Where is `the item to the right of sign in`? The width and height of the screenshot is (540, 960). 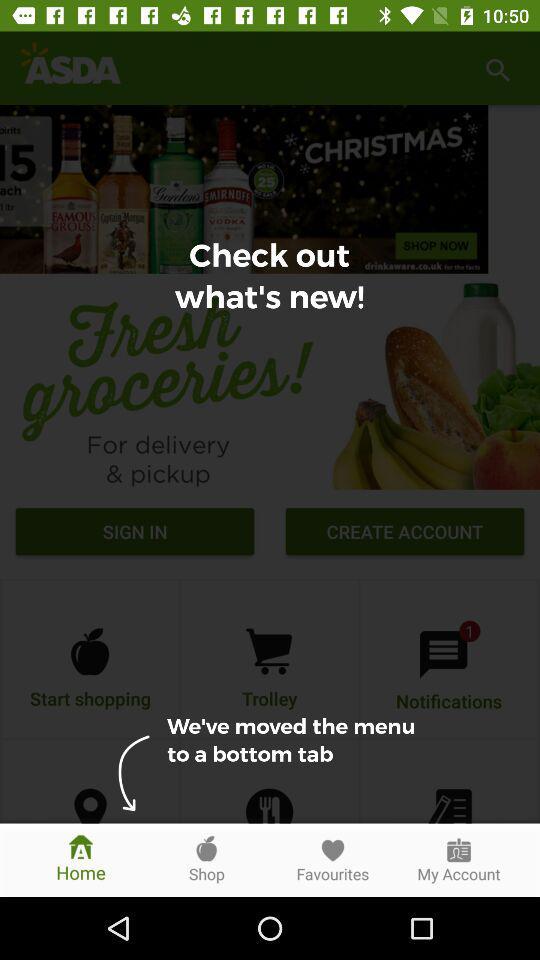 the item to the right of sign in is located at coordinates (405, 533).